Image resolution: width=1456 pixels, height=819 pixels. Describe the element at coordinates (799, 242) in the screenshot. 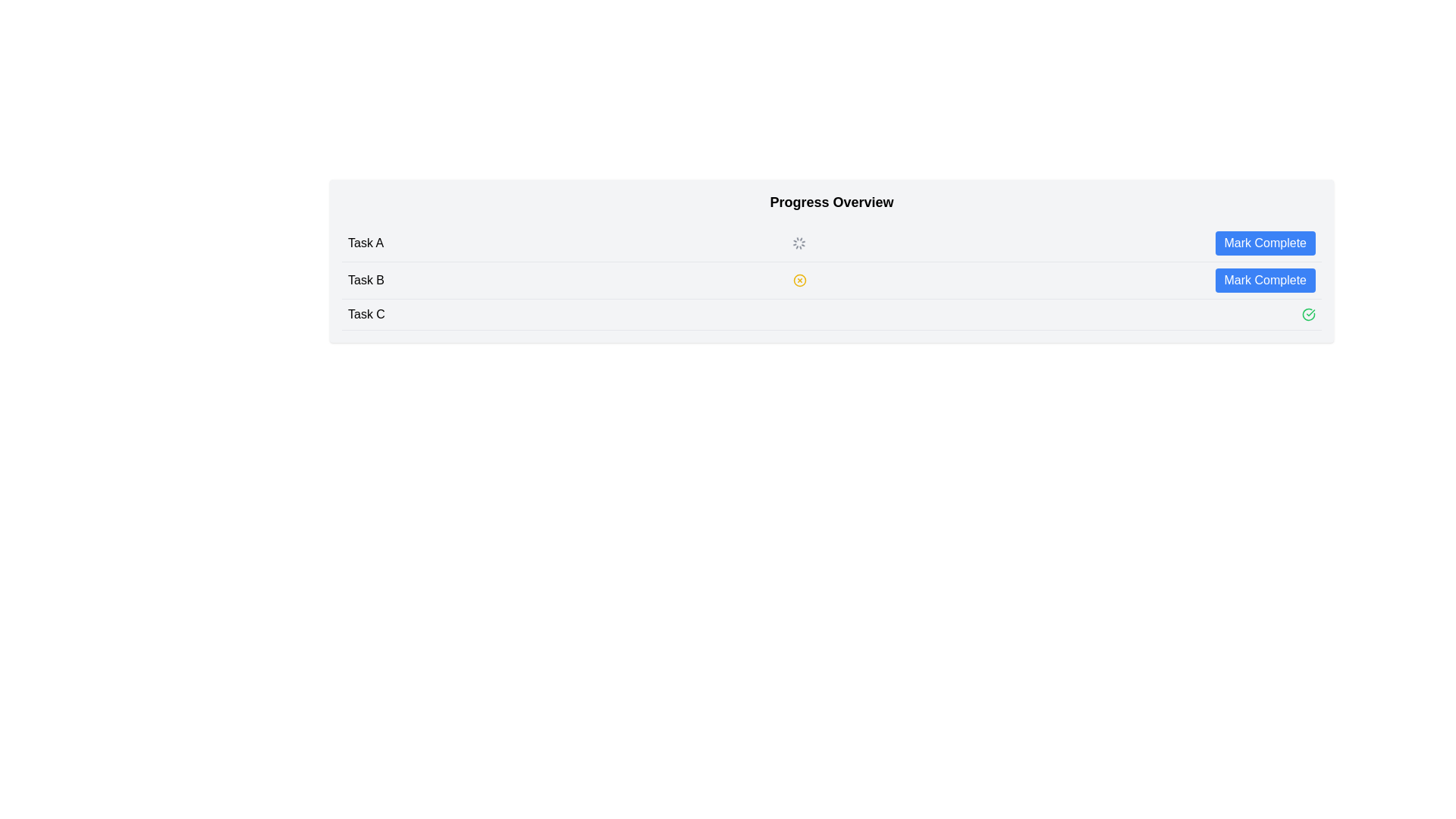

I see `the loading animation of the Icon (Loader) positioned below the 'Progress Overview' heading in the central section of the interface` at that location.